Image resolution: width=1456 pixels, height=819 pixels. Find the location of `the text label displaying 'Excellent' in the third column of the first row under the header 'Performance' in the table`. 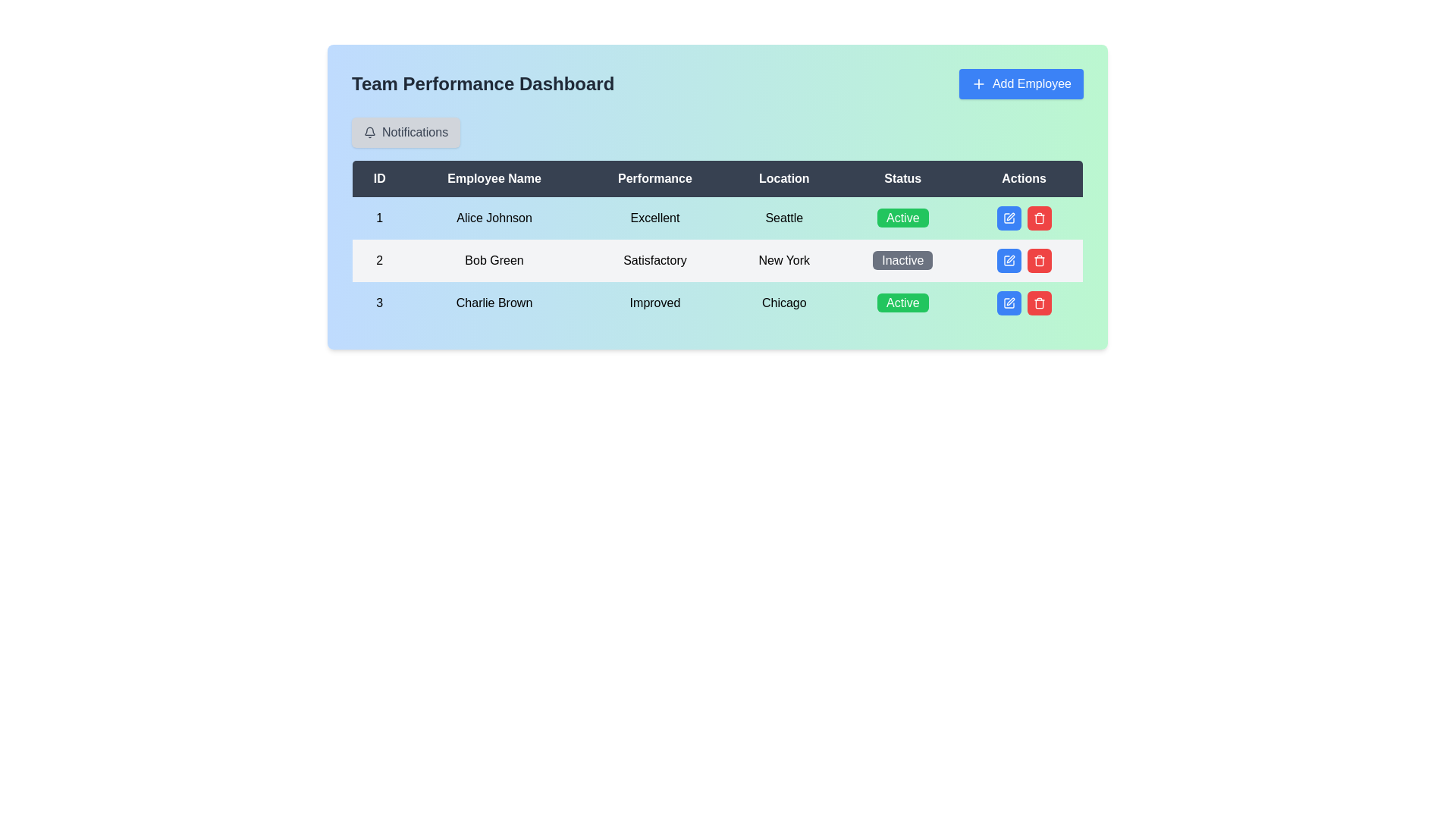

the text label displaying 'Excellent' in the third column of the first row under the header 'Performance' in the table is located at coordinates (655, 218).